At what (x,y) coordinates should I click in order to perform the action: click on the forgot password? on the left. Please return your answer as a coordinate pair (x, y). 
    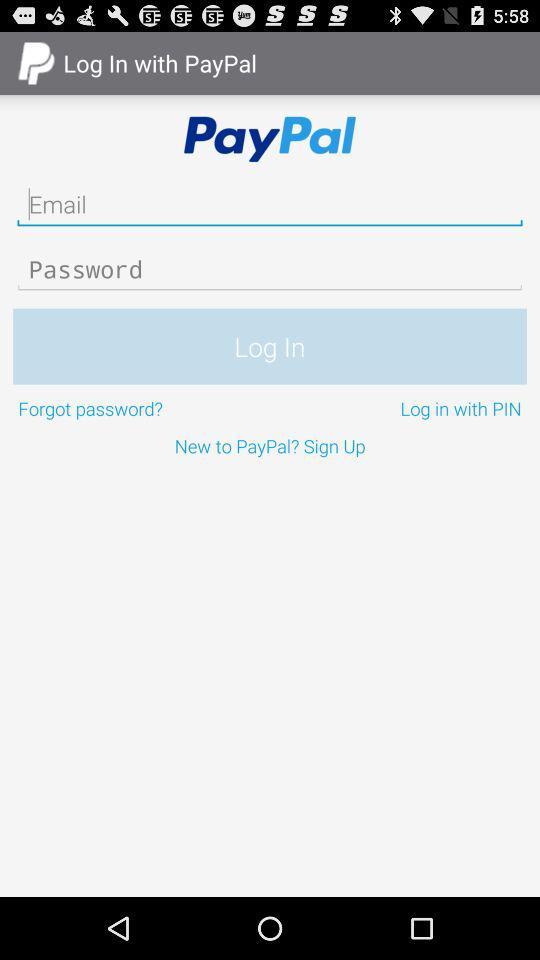
    Looking at the image, I should click on (140, 407).